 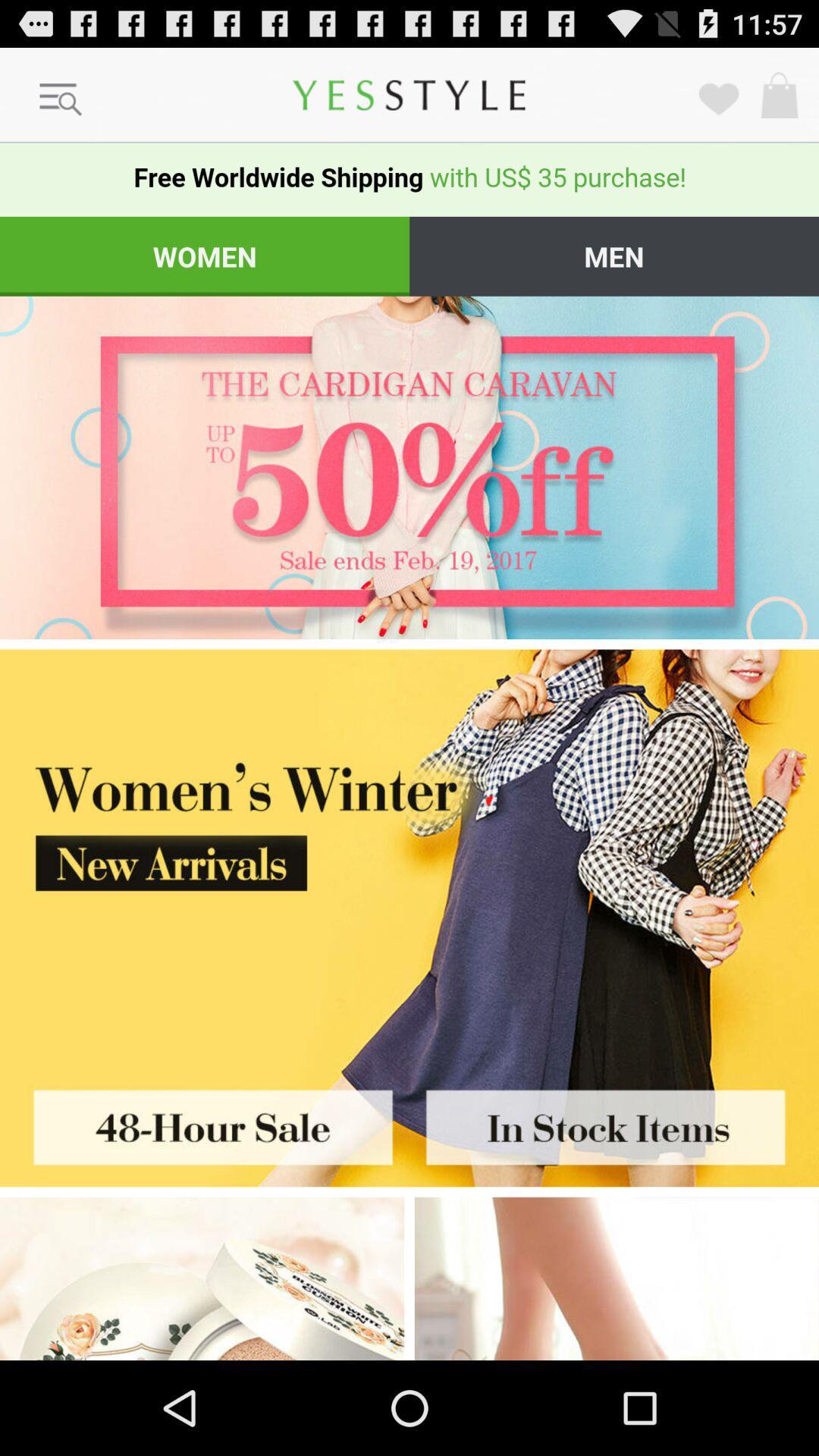 I want to click on advertisement page, so click(x=409, y=854).